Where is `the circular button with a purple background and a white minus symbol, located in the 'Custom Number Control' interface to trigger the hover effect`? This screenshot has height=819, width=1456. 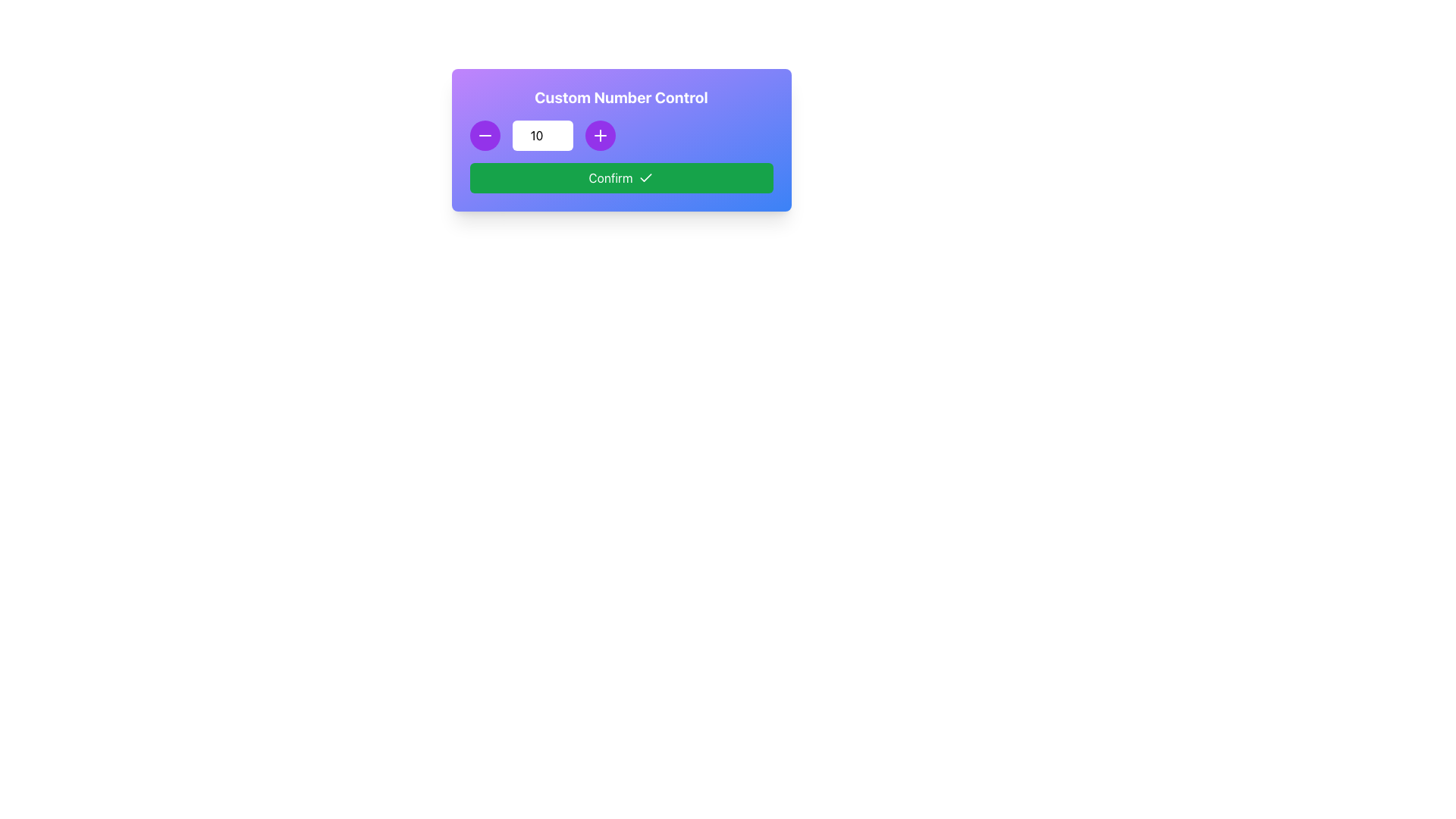 the circular button with a purple background and a white minus symbol, located in the 'Custom Number Control' interface to trigger the hover effect is located at coordinates (484, 134).